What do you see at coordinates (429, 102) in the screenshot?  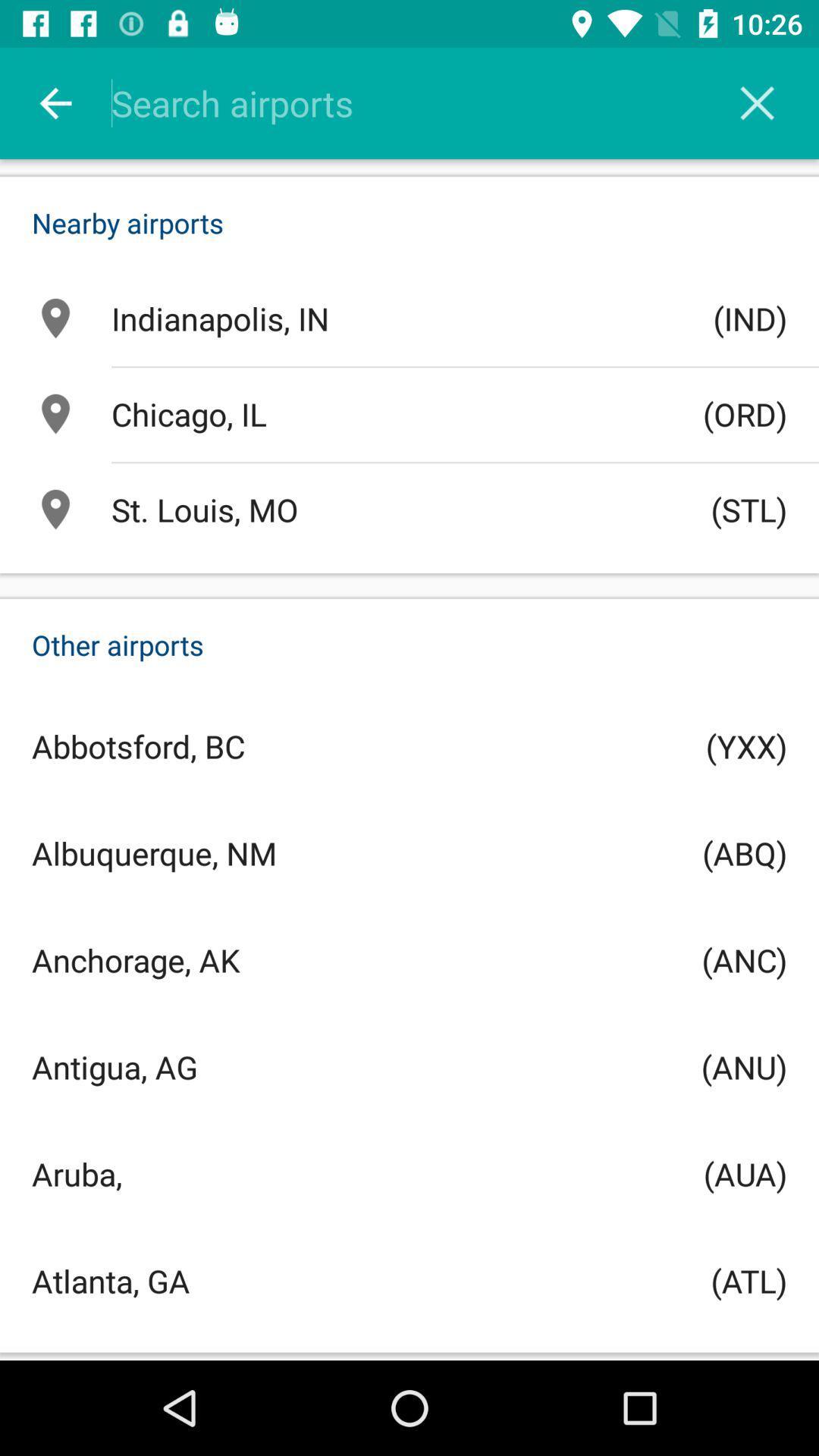 I see `search function` at bounding box center [429, 102].